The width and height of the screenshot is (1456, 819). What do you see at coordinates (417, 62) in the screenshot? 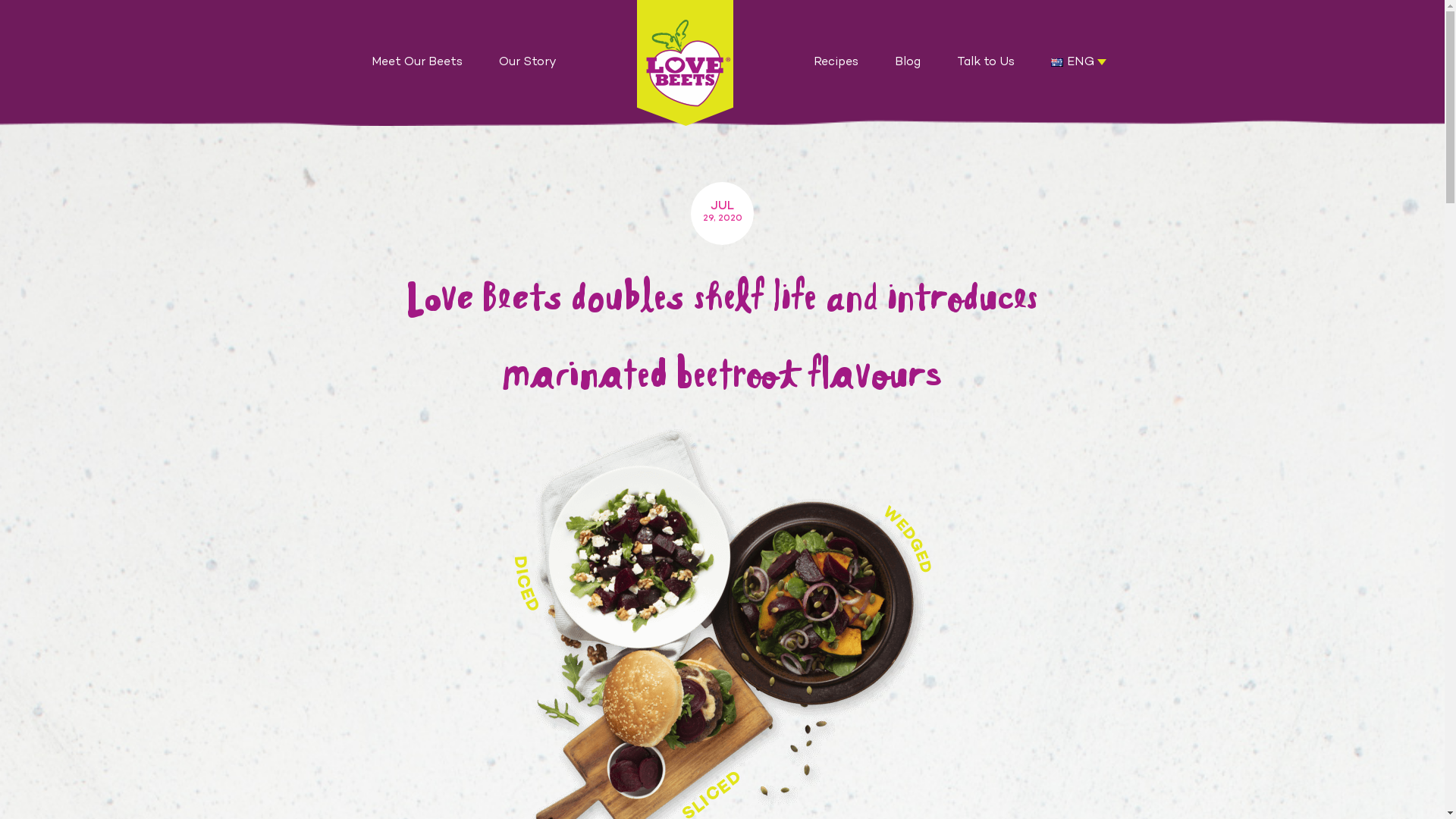
I see `'Meet Our Beets'` at bounding box center [417, 62].